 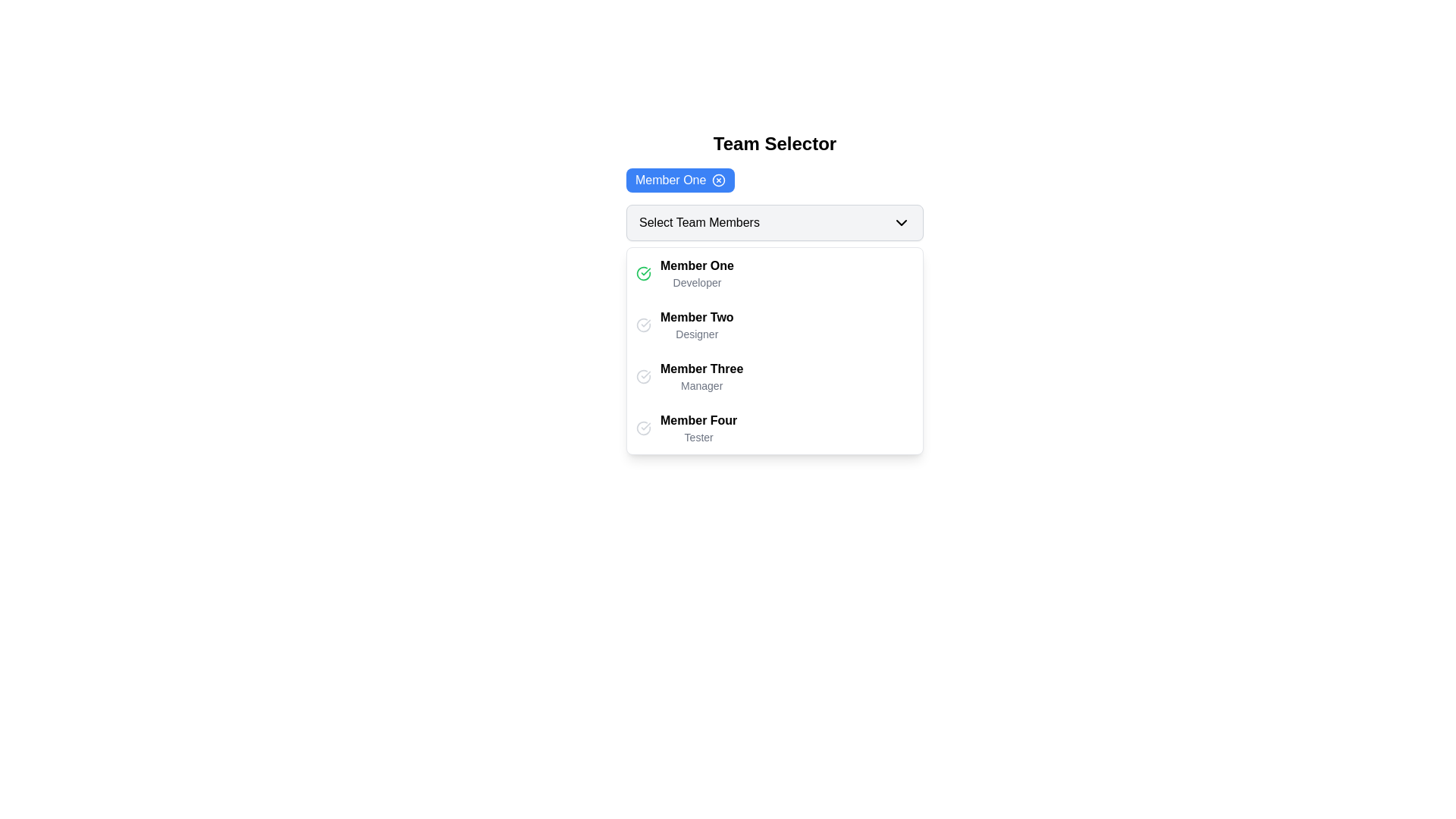 What do you see at coordinates (701, 376) in the screenshot?
I see `the list item labeled 'Member Three' with the subtitle 'Manager' in the dropdown under 'Select Team Members' in the 'Team Selector' interface` at bounding box center [701, 376].